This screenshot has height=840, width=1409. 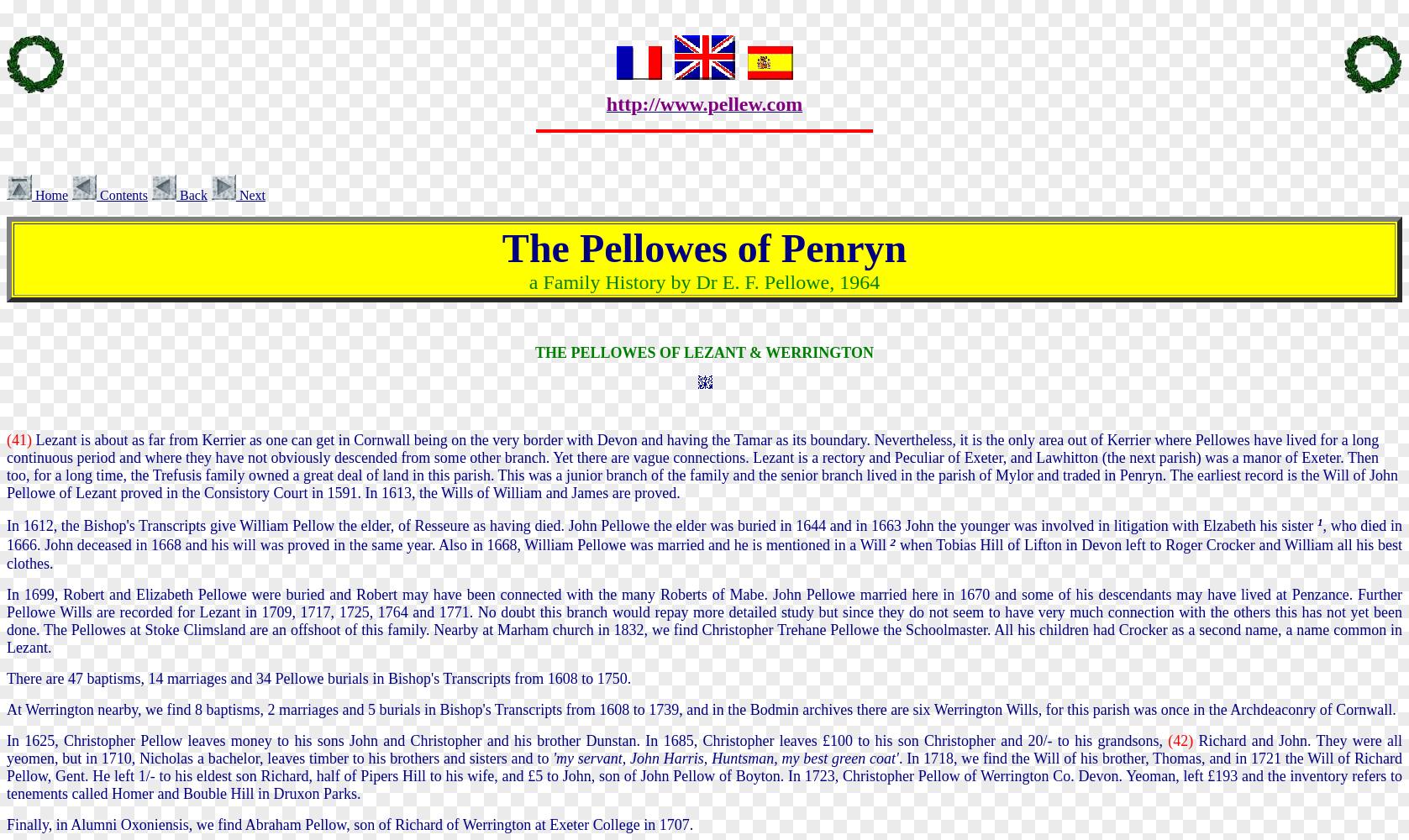 What do you see at coordinates (318, 678) in the screenshot?
I see `'There are
47 baptisms, 14 marriages and 34 Pellowe burials in Bishop's Transcripts from
1608 to 1750.'` at bounding box center [318, 678].